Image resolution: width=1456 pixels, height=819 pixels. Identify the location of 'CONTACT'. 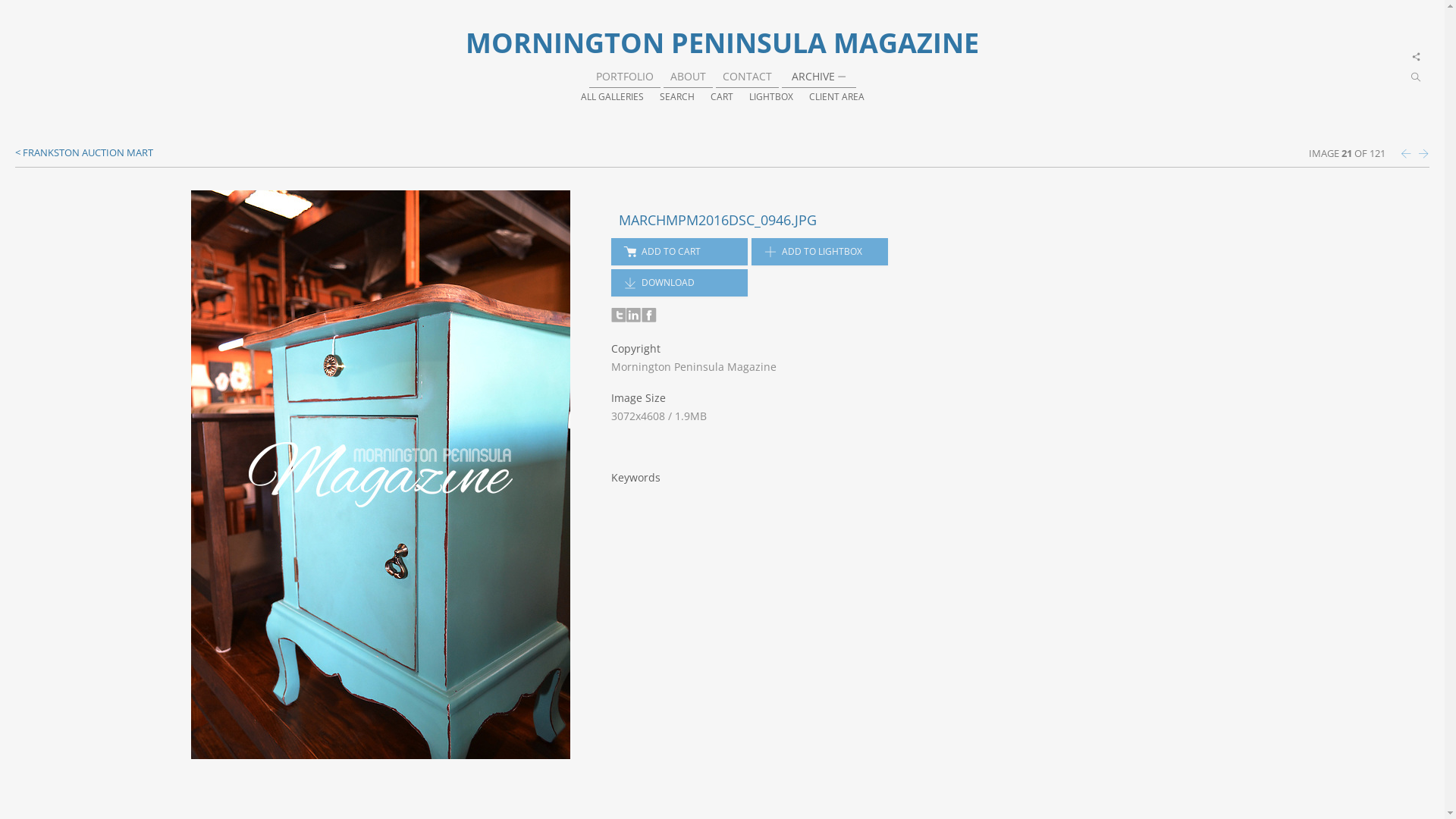
(720, 76).